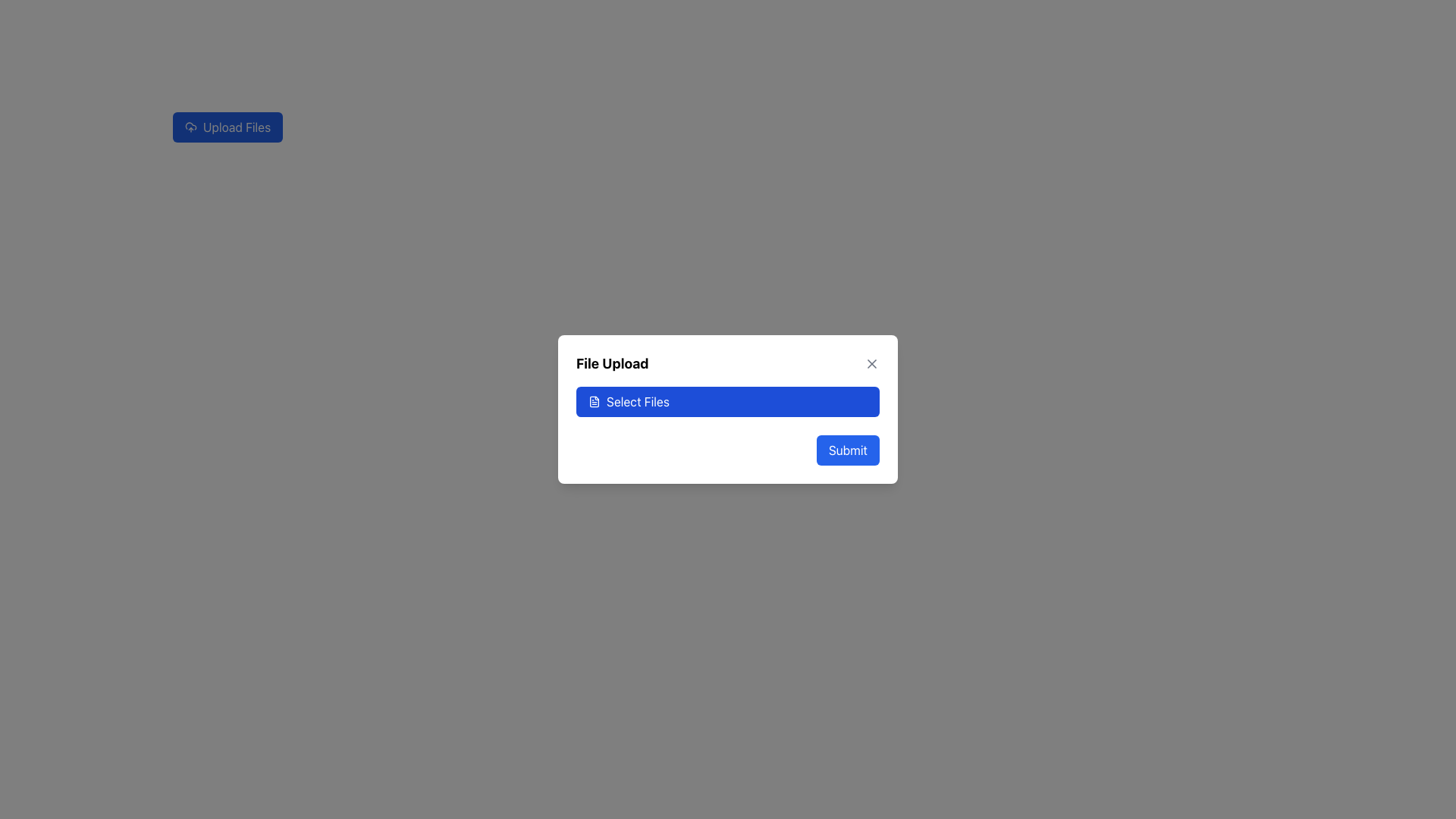 The image size is (1456, 819). I want to click on the 'Submit' button located at the bottom-right corner of the dialog box to activate the hover effect, so click(847, 450).